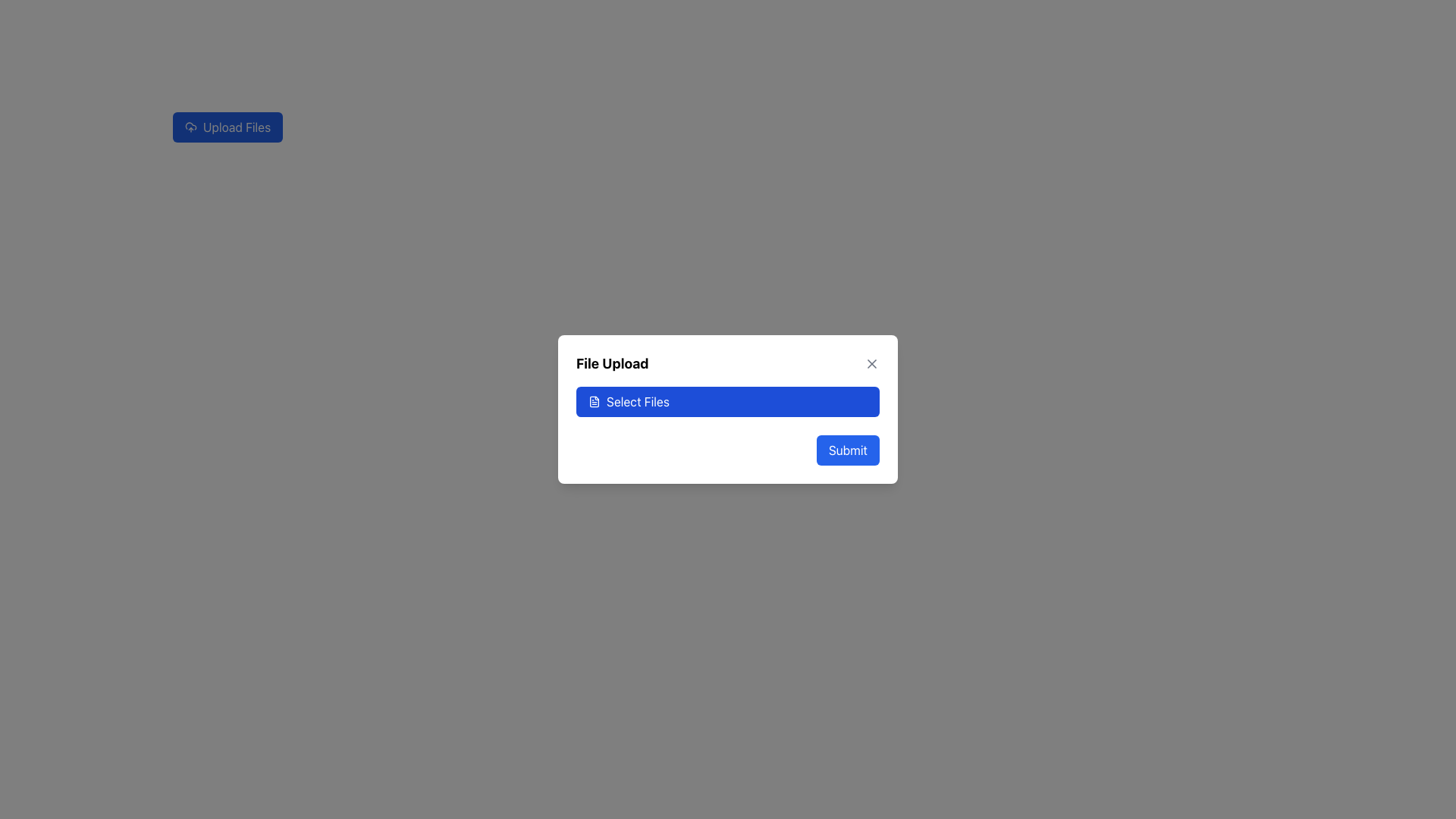 The image size is (1456, 819). I want to click on the 'Submit' button located at the bottom-right corner of the dialog box to activate the hover effect, so click(847, 450).